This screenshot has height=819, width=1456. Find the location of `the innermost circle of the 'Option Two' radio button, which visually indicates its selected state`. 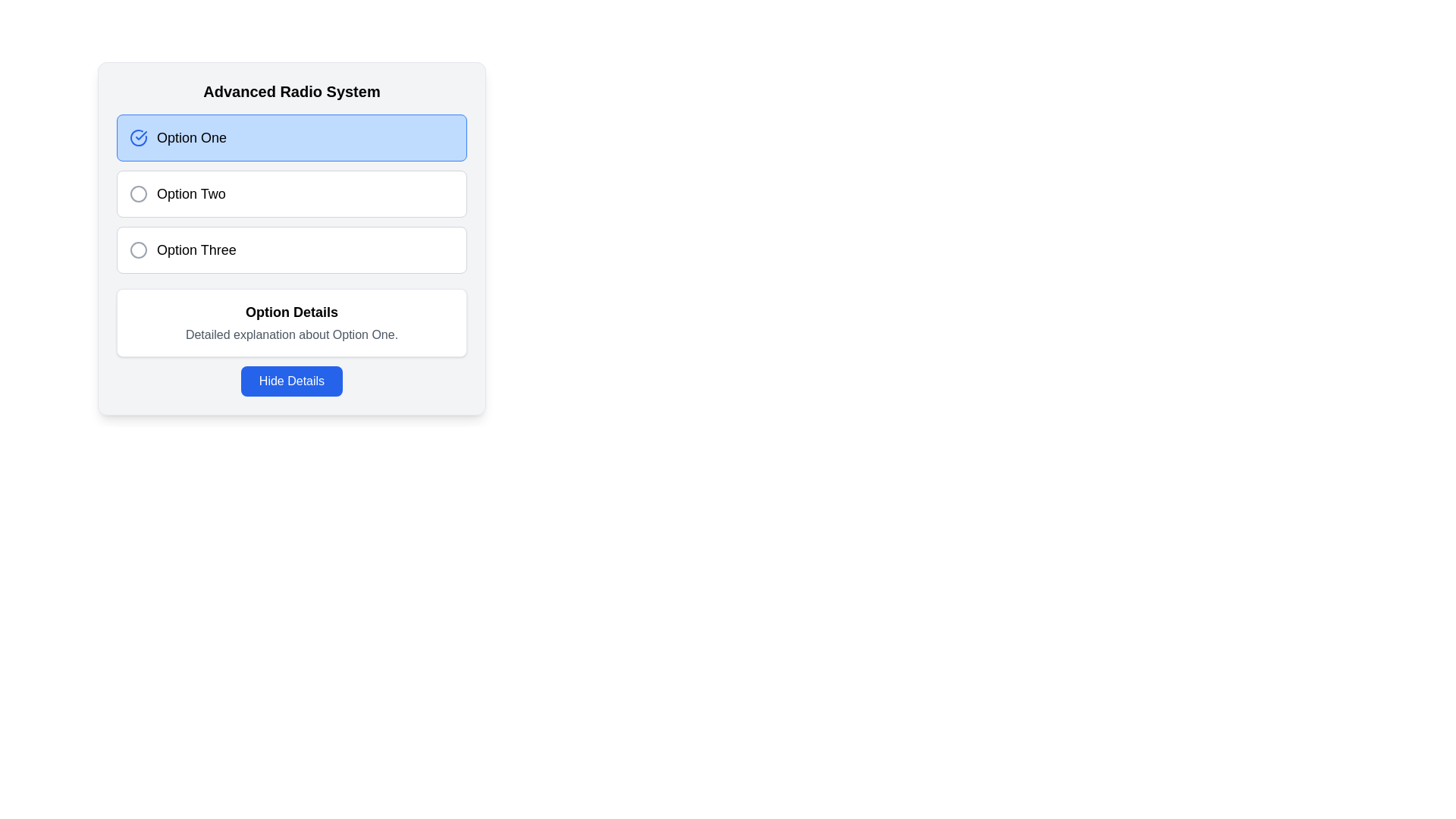

the innermost circle of the 'Option Two' radio button, which visually indicates its selected state is located at coordinates (138, 193).